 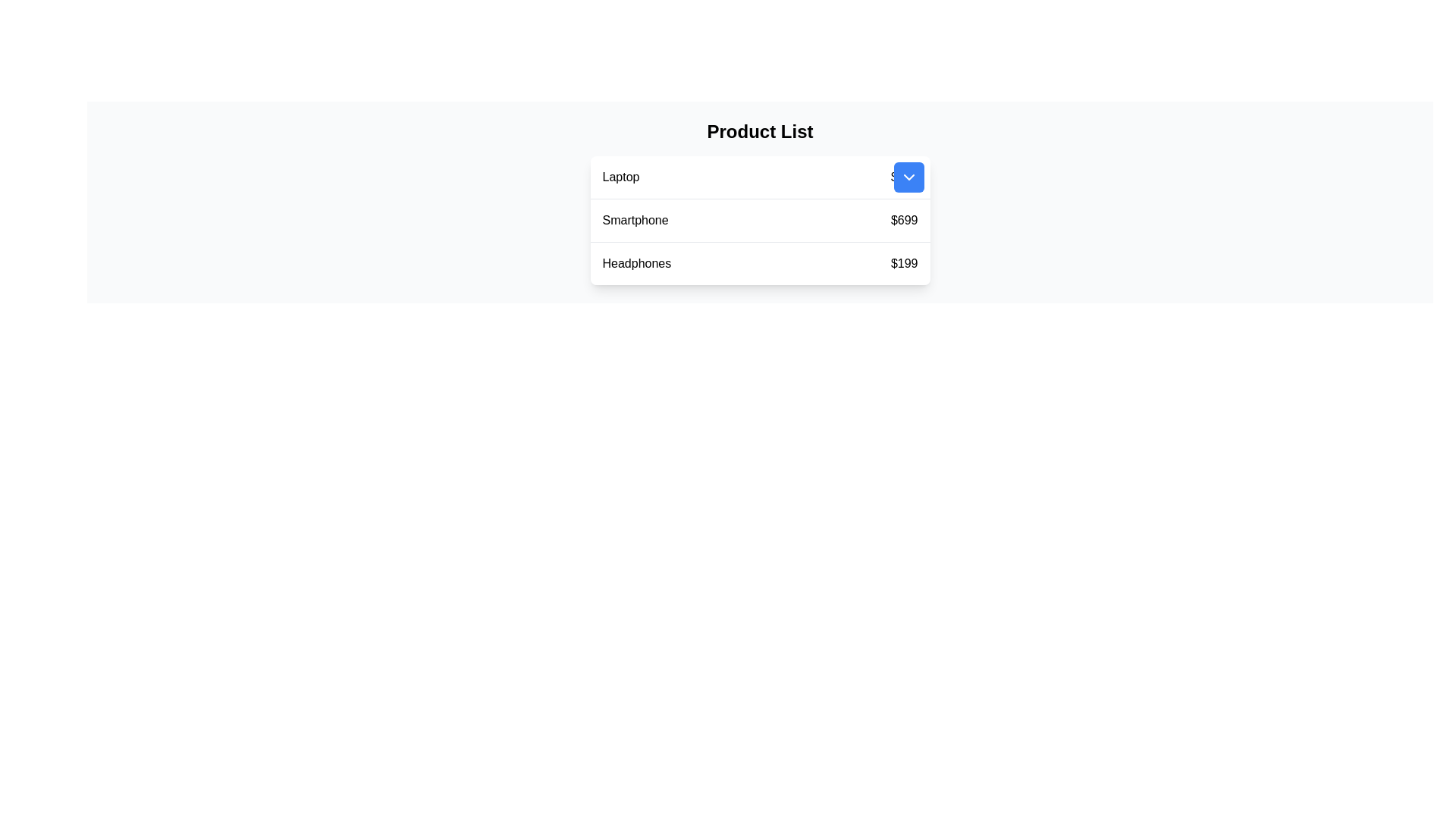 What do you see at coordinates (635, 220) in the screenshot?
I see `the 'Smartphone' text label` at bounding box center [635, 220].